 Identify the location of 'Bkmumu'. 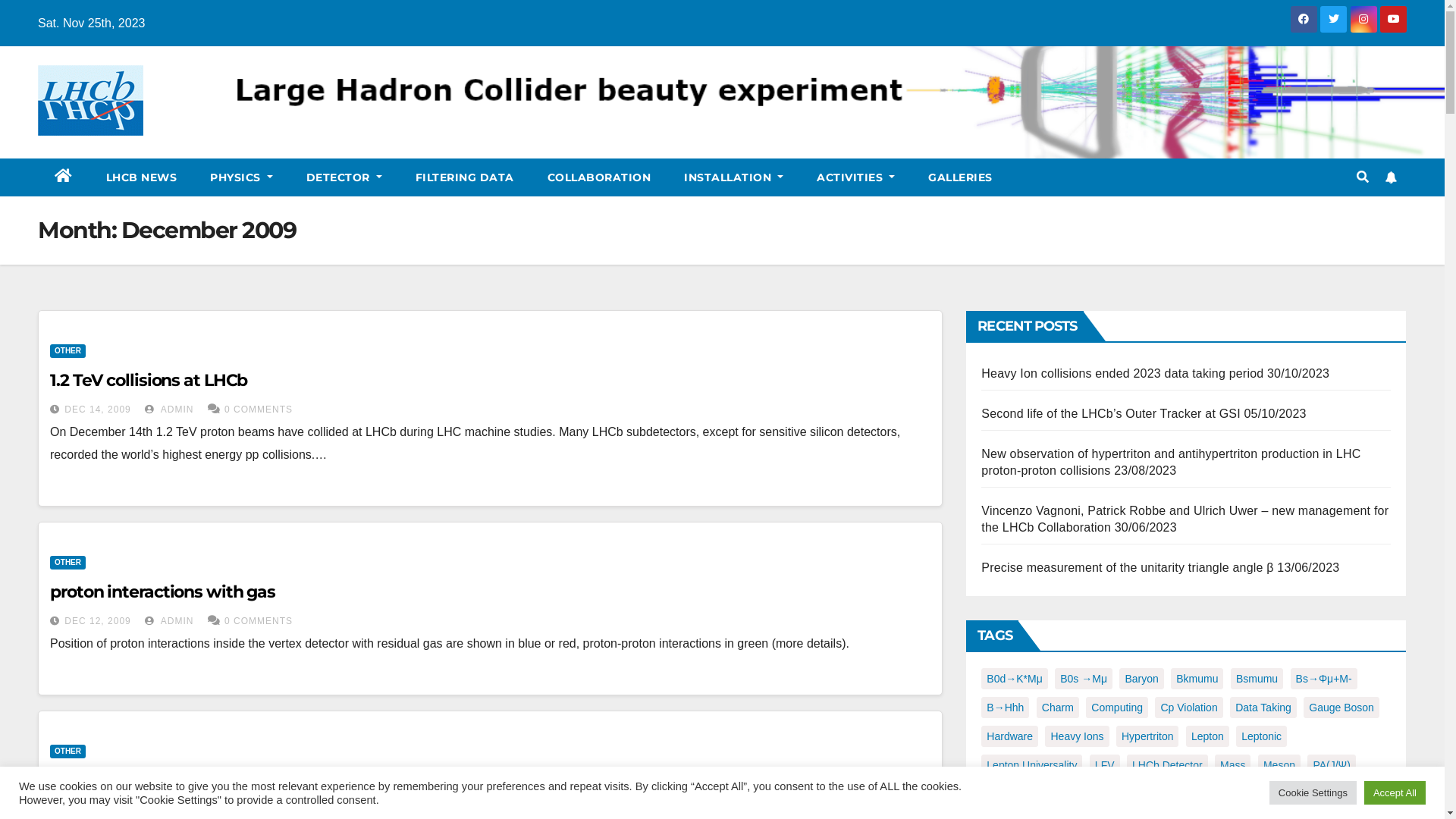
(1196, 677).